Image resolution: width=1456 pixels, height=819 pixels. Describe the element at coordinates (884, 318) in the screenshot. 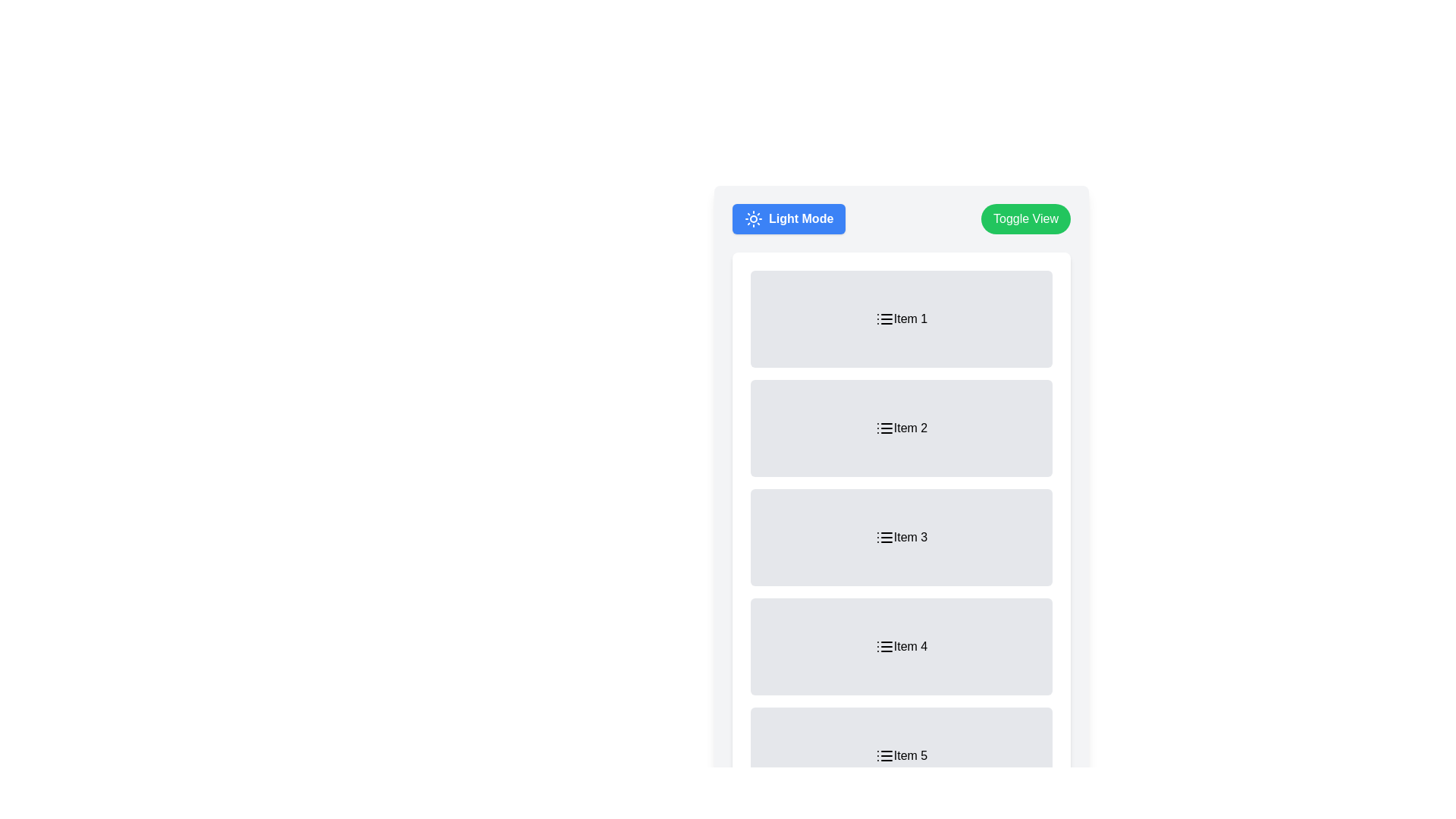

I see `the list icon consisting of three horizontal black lines within a small square area` at that location.